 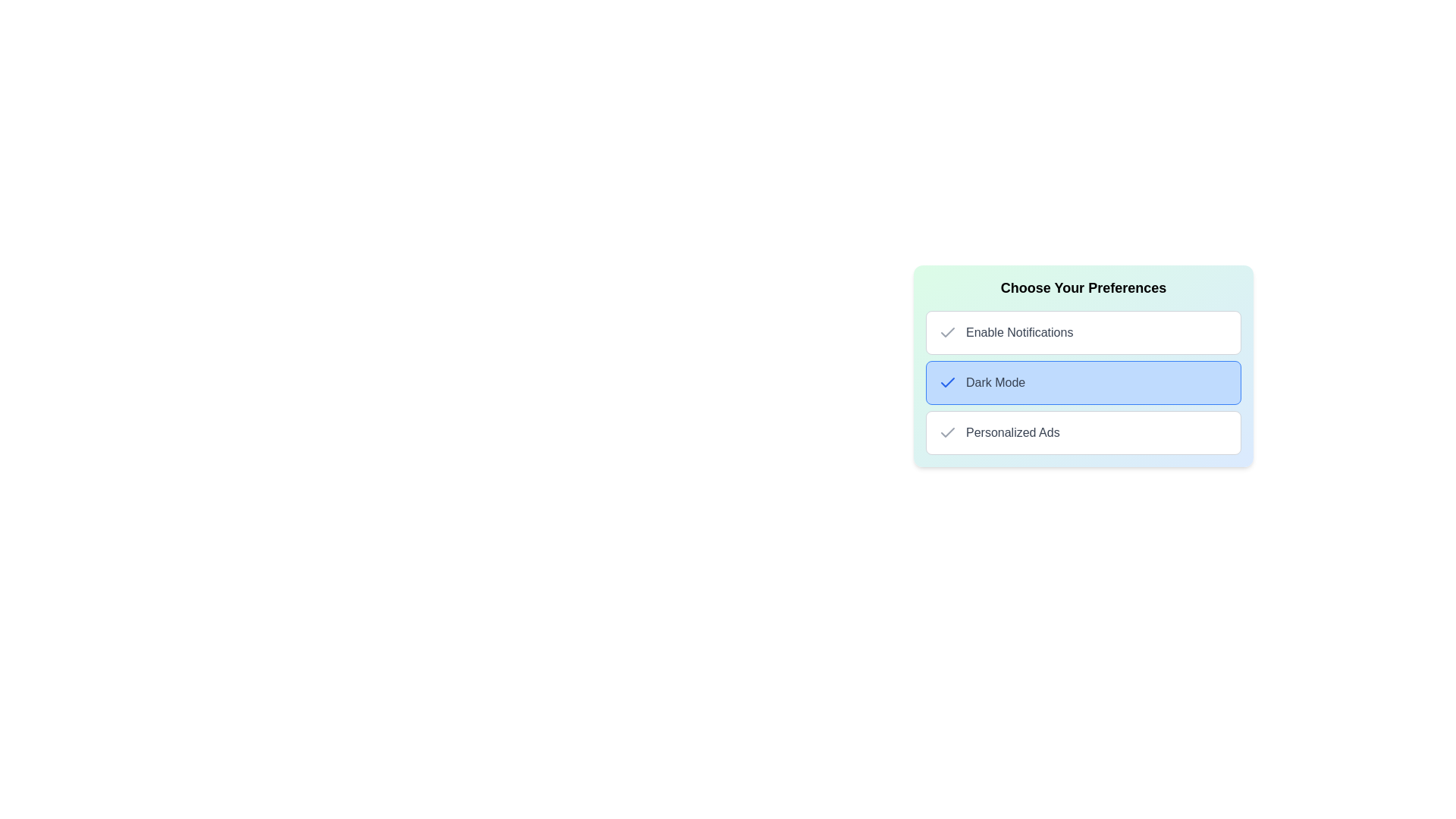 What do you see at coordinates (1012, 432) in the screenshot?
I see `the text label reading 'Personalized Ads' which is styled with a gray font color and located in the bottom row of preferences under 'Choose Your Preferences.'` at bounding box center [1012, 432].